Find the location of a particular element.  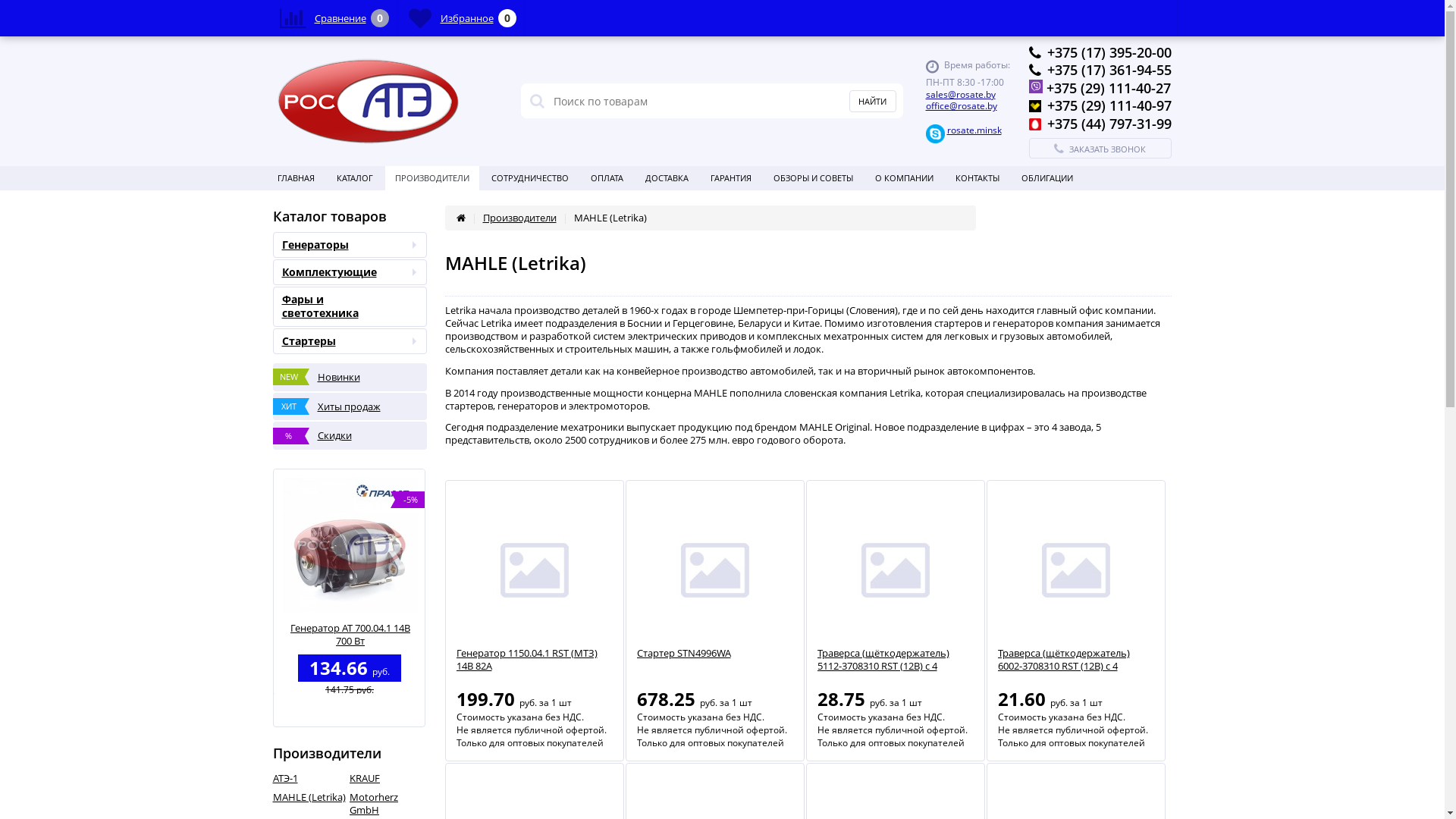

'rosate.minsk' is located at coordinates (973, 129).